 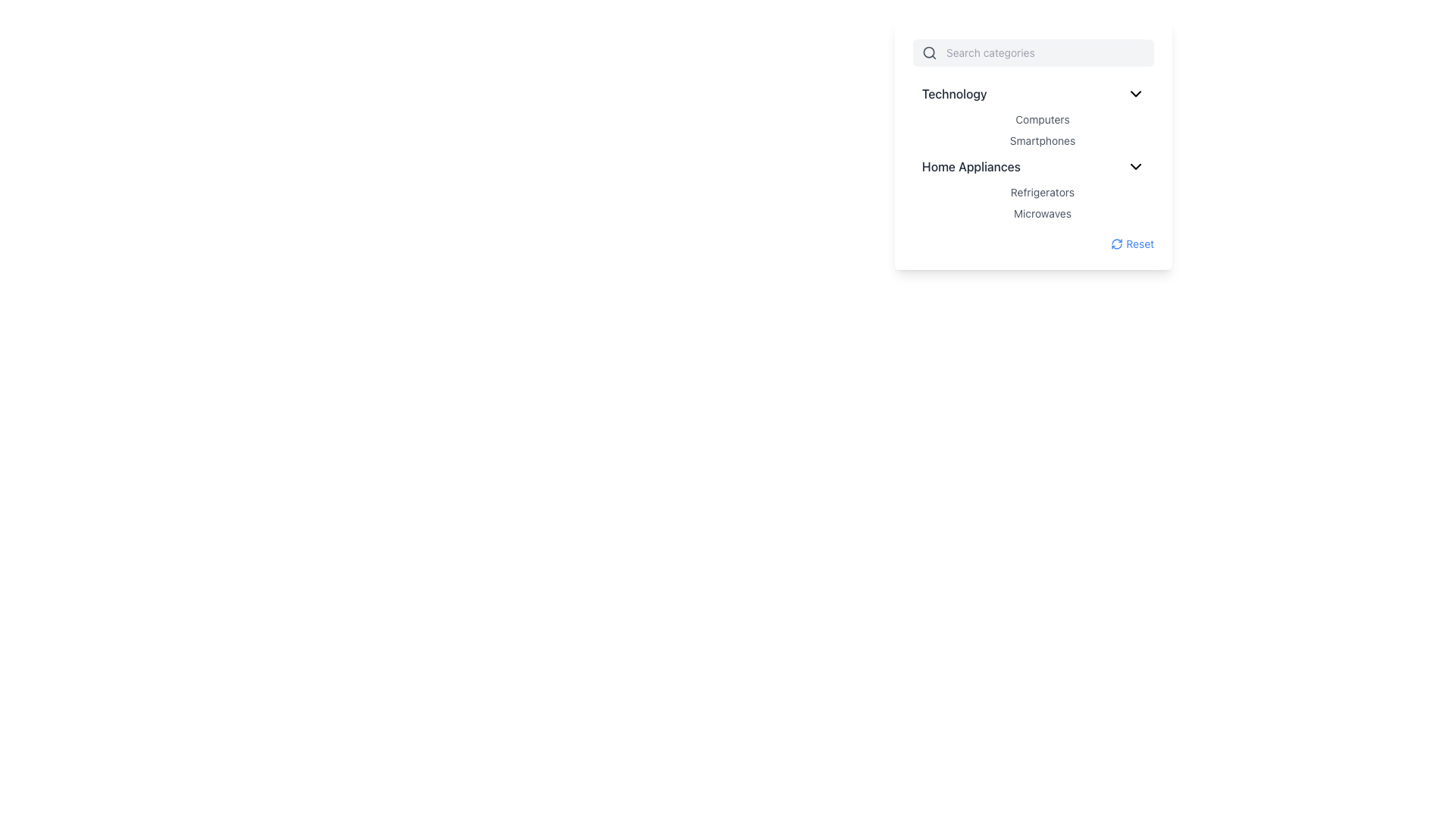 What do you see at coordinates (1041, 140) in the screenshot?
I see `the second clickable menu option in the dropdown list under the 'Technology' category` at bounding box center [1041, 140].